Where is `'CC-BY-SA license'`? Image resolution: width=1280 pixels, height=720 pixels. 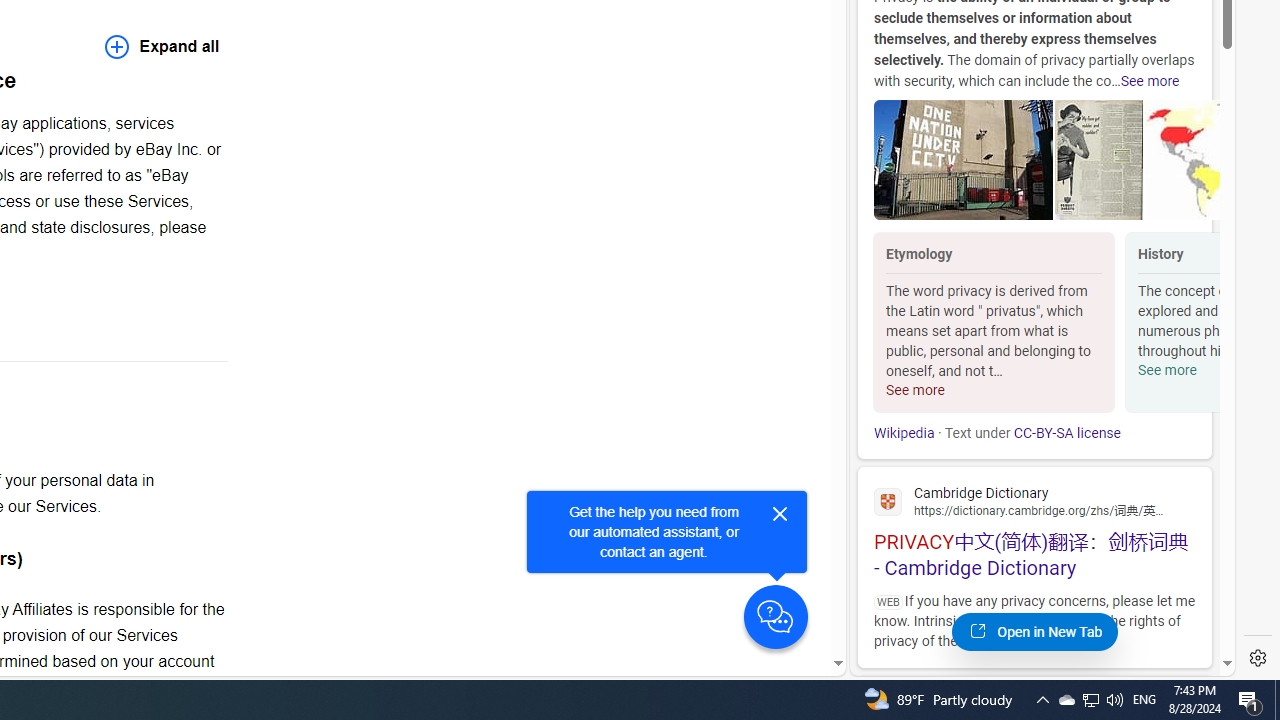
'CC-BY-SA license' is located at coordinates (1065, 432).